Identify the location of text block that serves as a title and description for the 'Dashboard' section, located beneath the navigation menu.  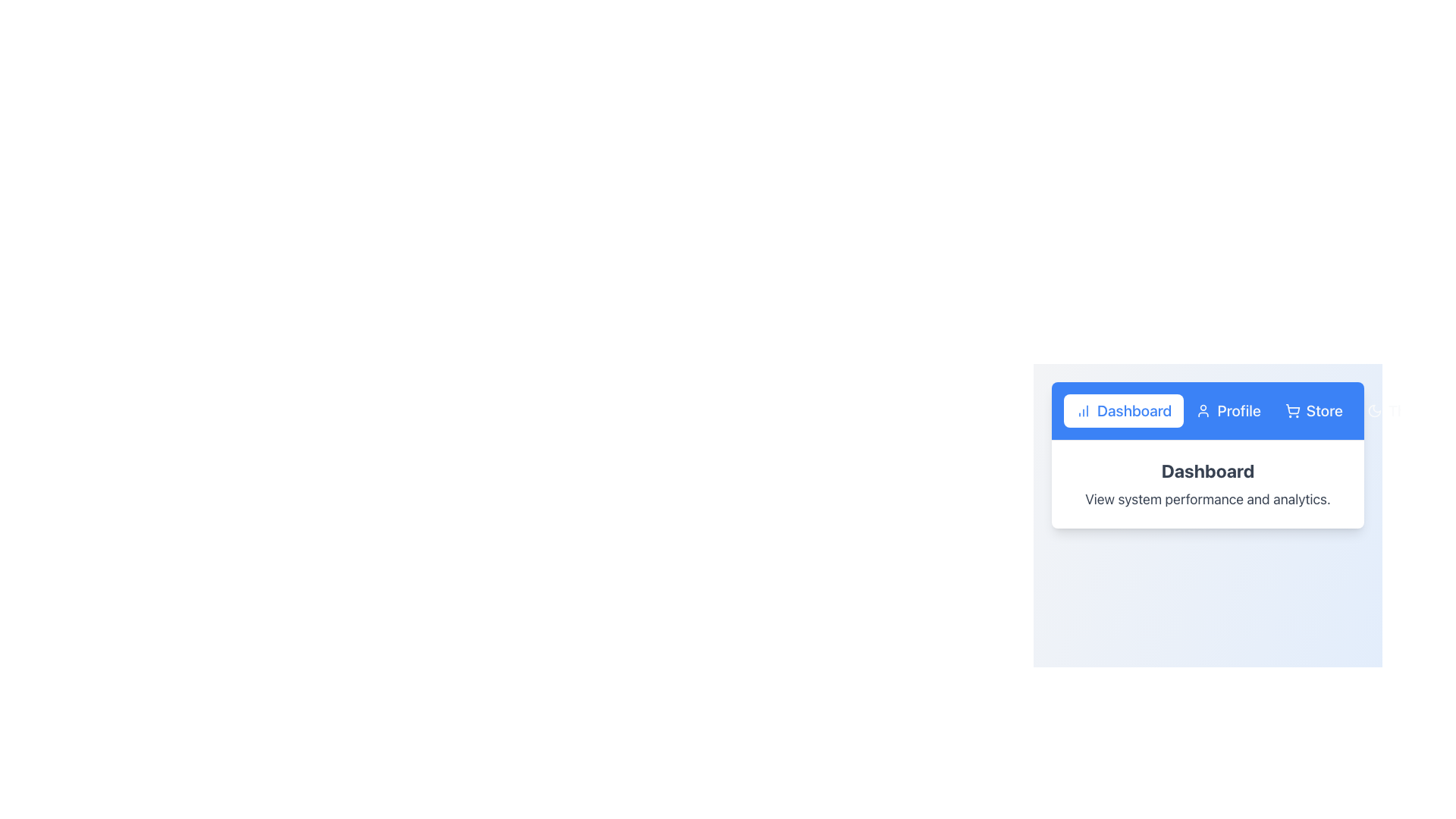
(1207, 485).